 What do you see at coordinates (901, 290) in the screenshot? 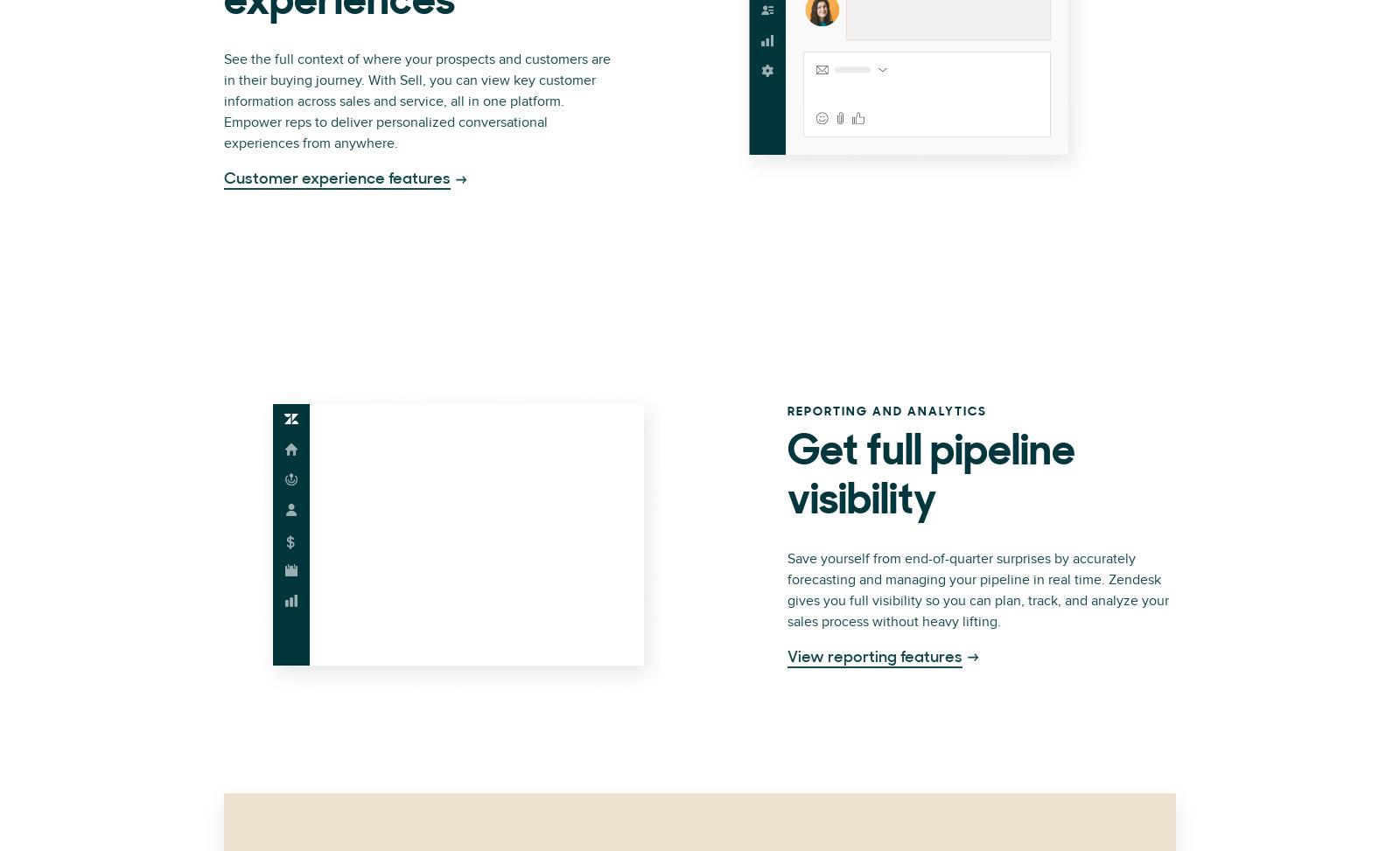
I see `'System status'` at bounding box center [901, 290].